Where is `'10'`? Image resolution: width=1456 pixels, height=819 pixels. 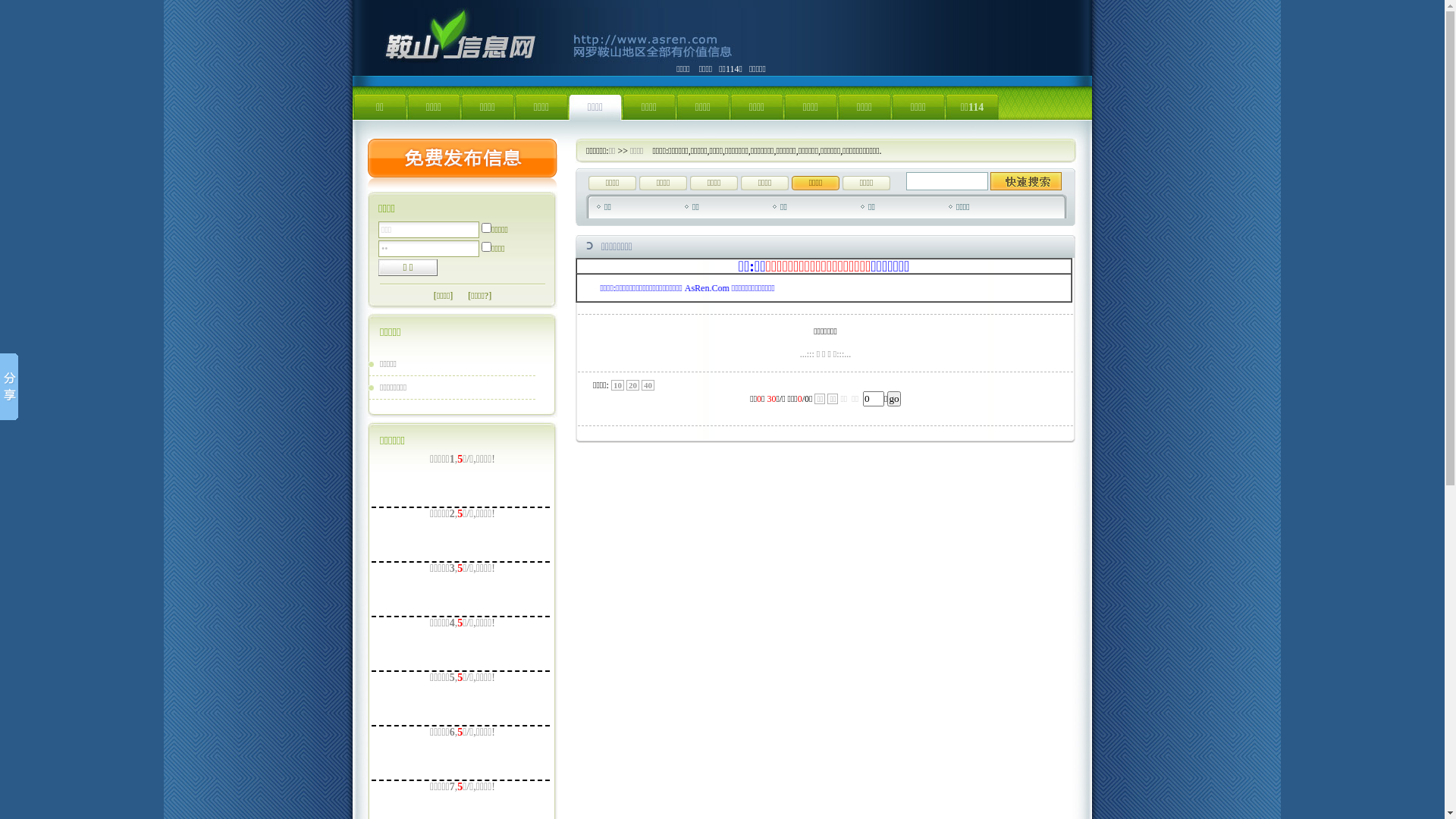
'10' is located at coordinates (617, 384).